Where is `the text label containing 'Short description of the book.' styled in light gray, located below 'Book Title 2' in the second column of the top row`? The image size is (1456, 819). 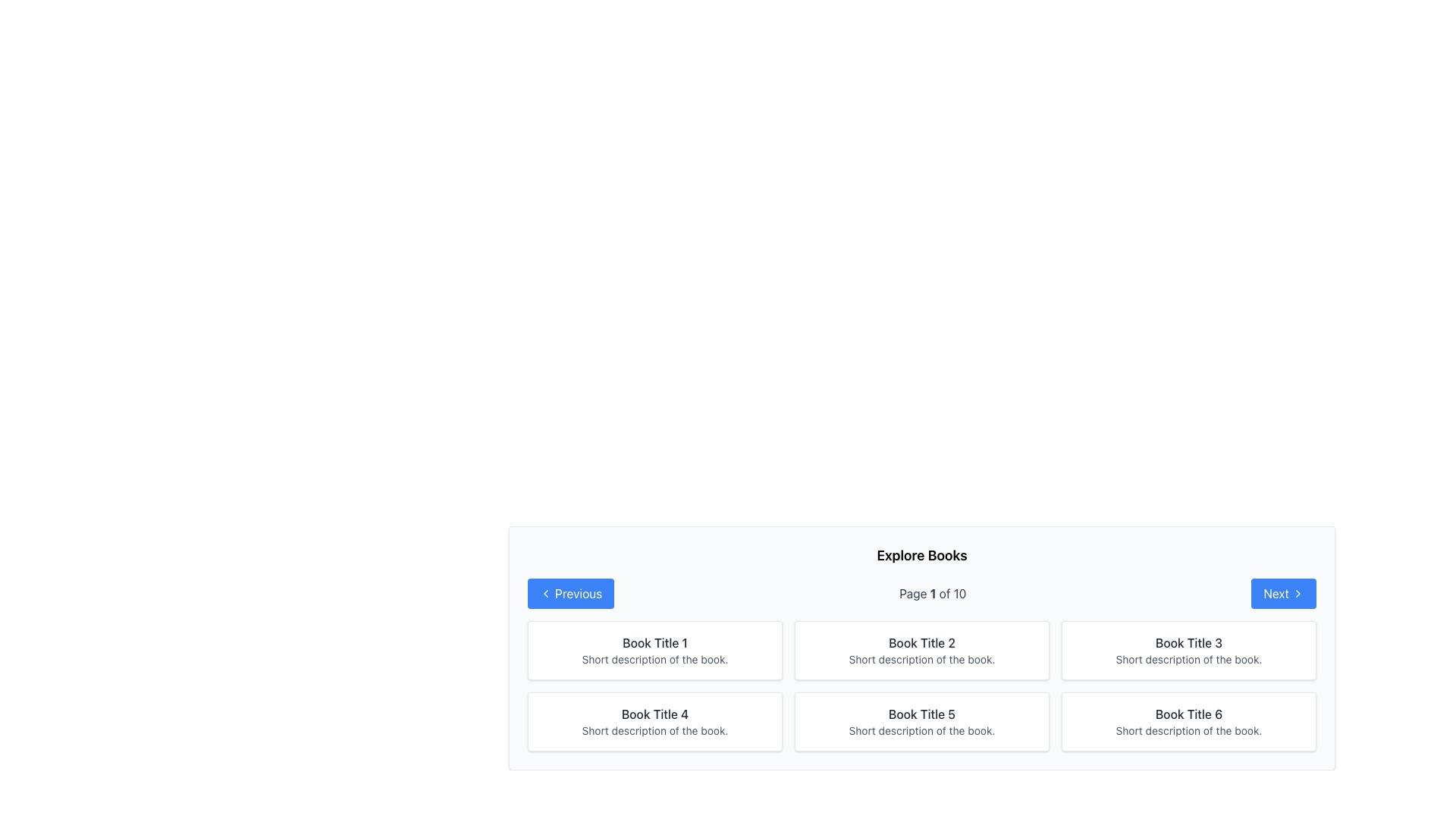 the text label containing 'Short description of the book.' styled in light gray, located below 'Book Title 2' in the second column of the top row is located at coordinates (921, 659).